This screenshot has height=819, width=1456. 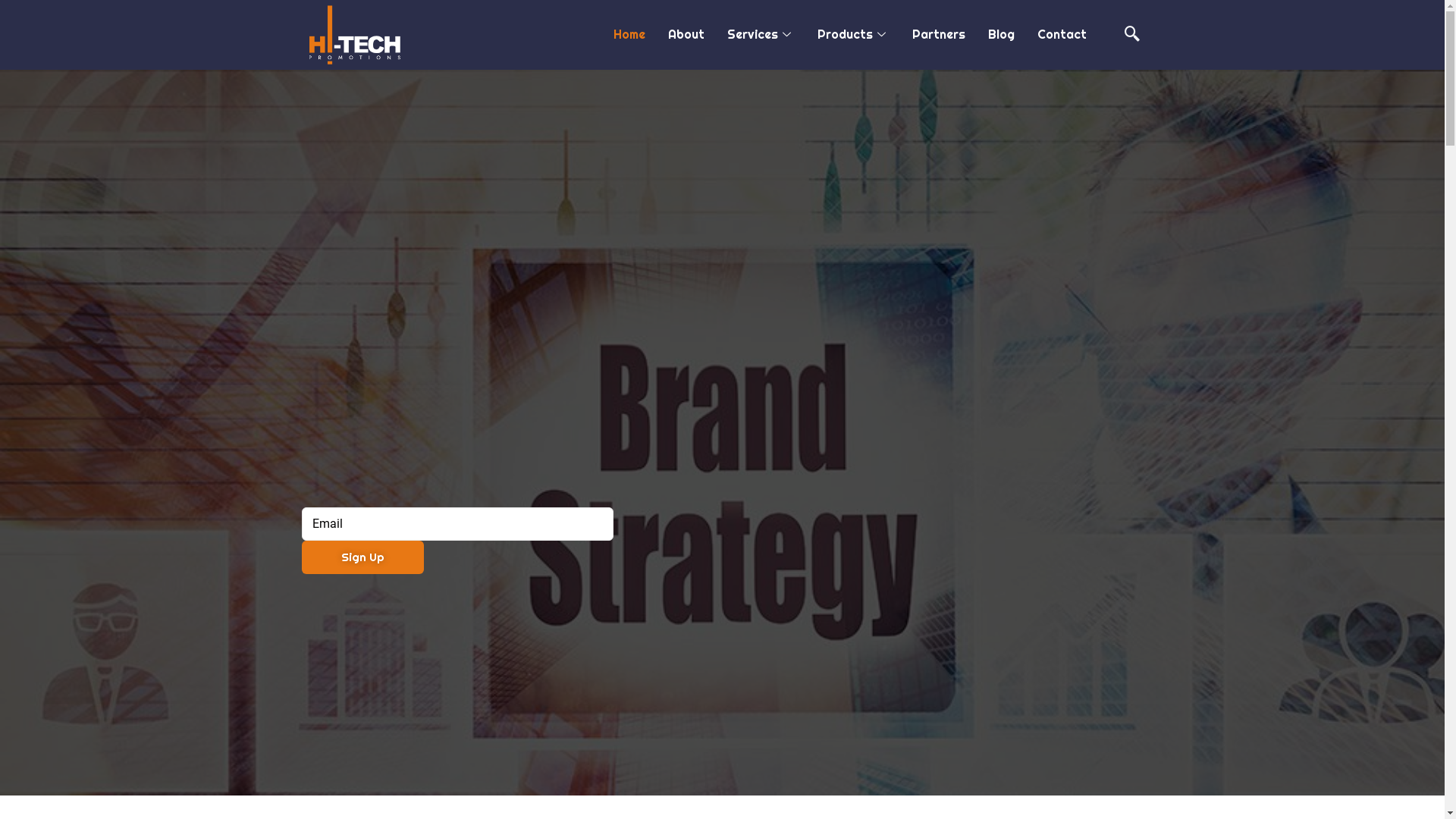 What do you see at coordinates (362, 557) in the screenshot?
I see `'Sign Up'` at bounding box center [362, 557].